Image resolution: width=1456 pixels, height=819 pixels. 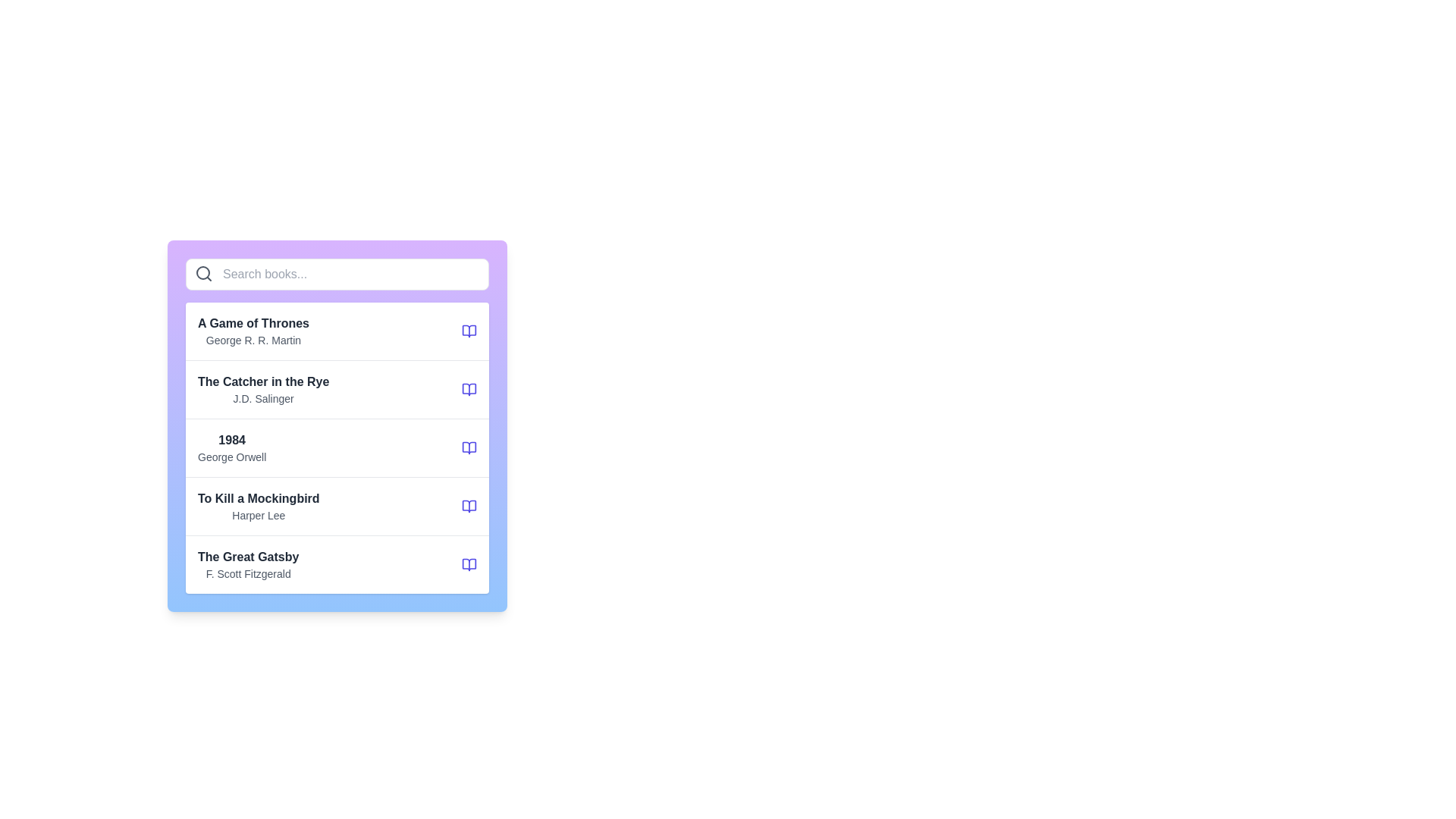 I want to click on the Text Display showing 'The Great Gatsby' by F. Scott Fitzgerald, so click(x=248, y=564).